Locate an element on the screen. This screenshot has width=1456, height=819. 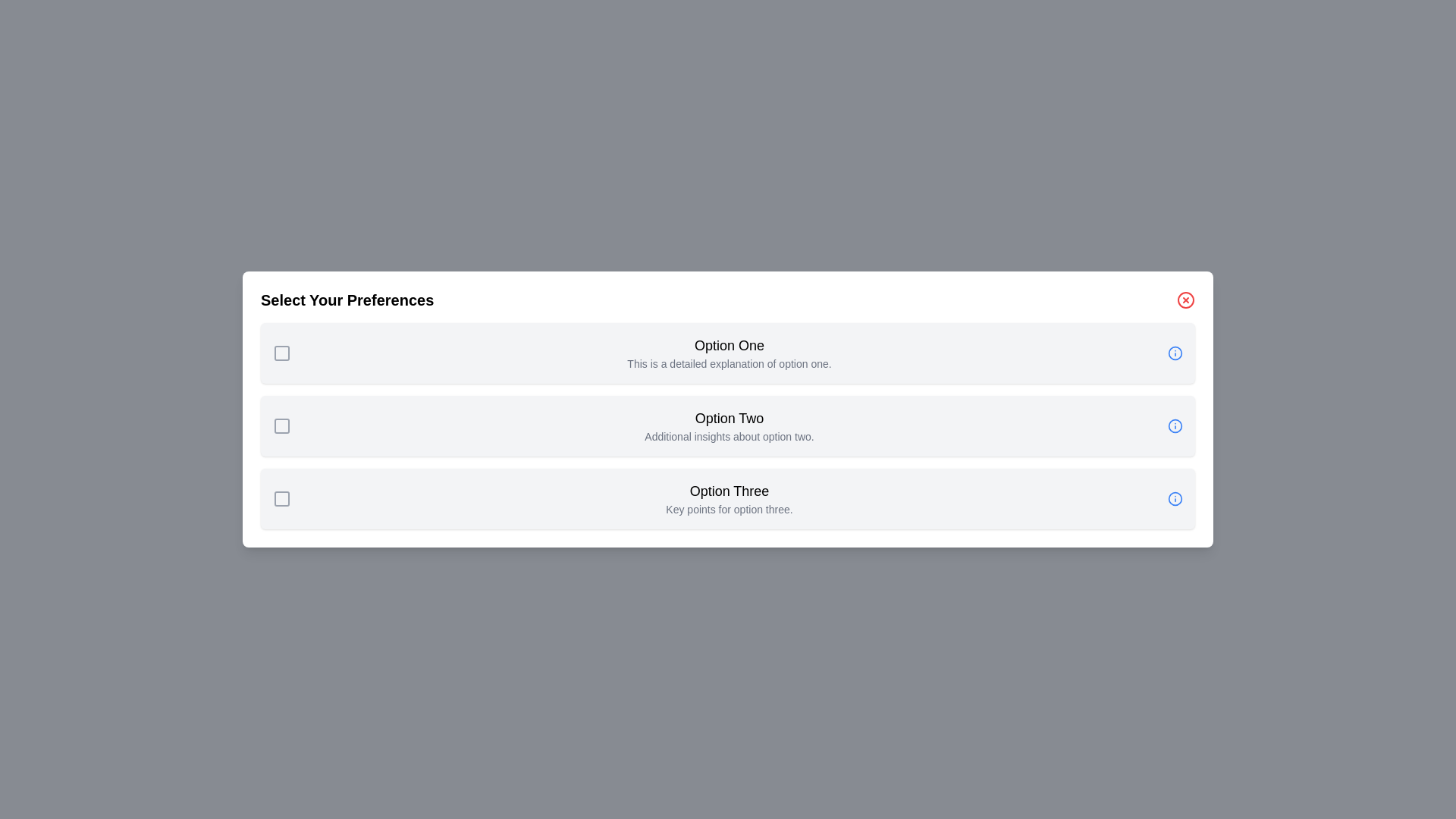
the close button represented by a vector graphic circle in the SVG to trigger the tooltip is located at coordinates (1185, 300).